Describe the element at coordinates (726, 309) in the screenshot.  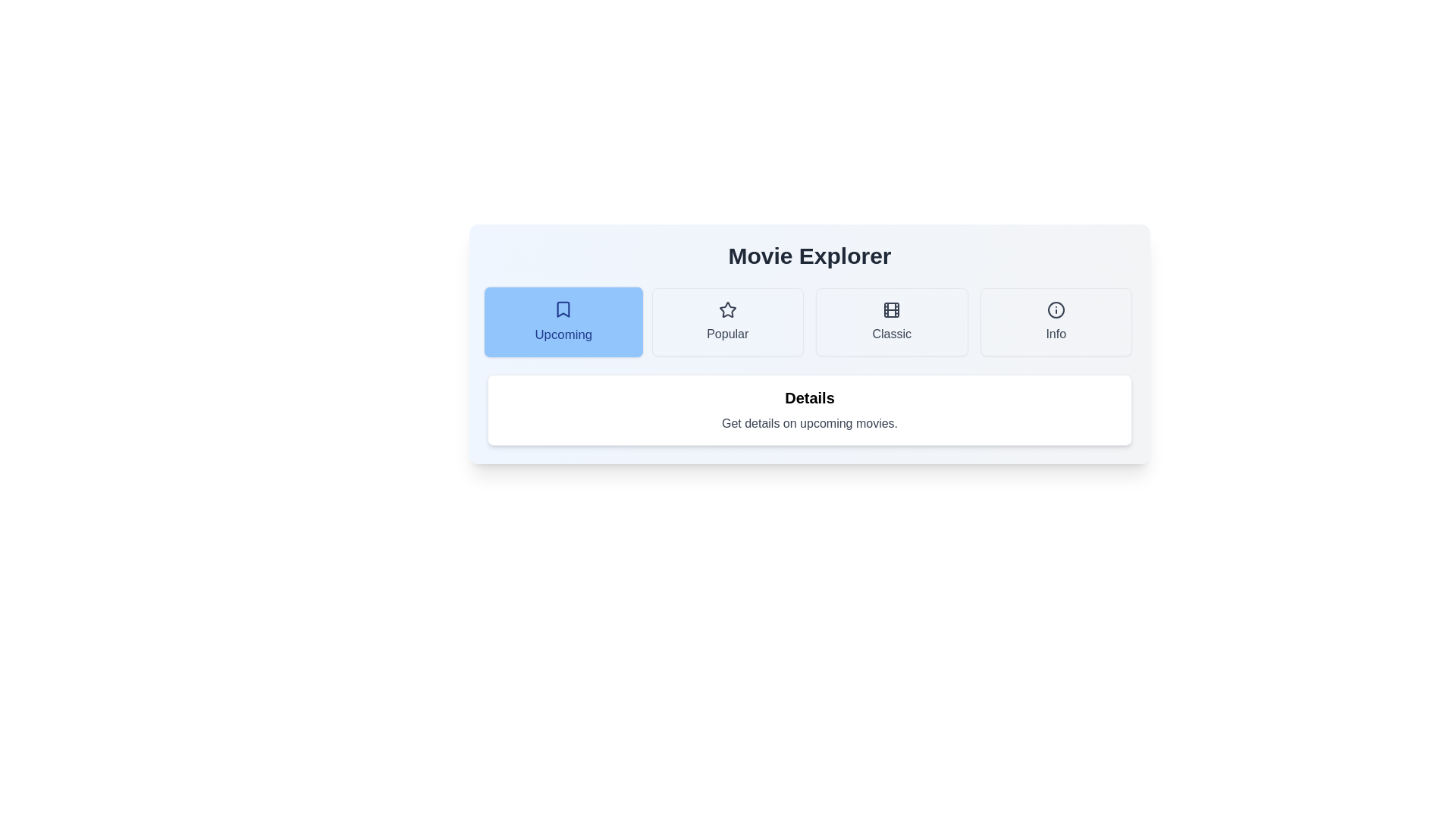
I see `the 'Popular' tab icon in the navigation bar` at that location.